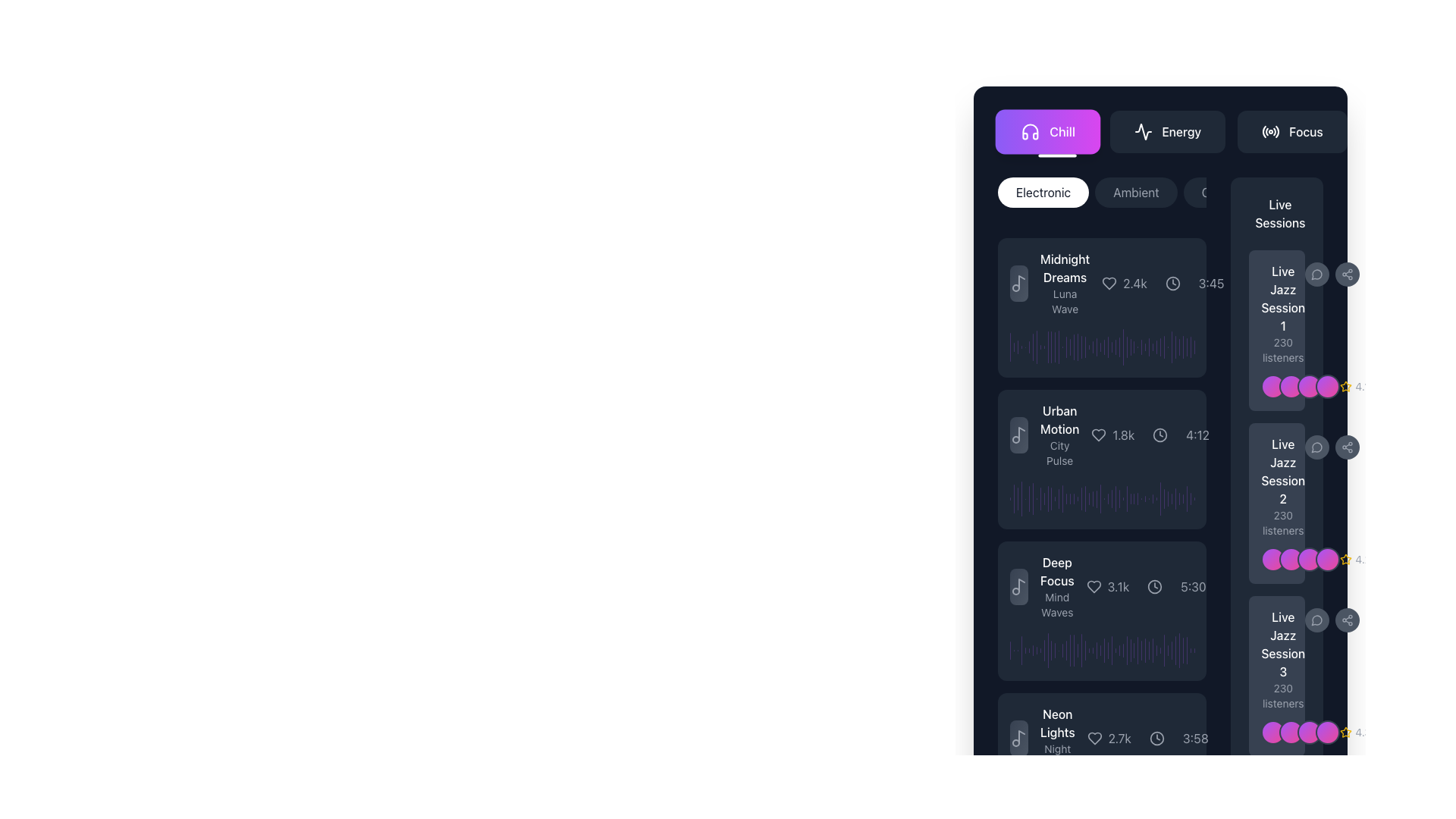 The height and width of the screenshot is (819, 1456). Describe the element at coordinates (1309, 559) in the screenshot. I see `the third circular visual element in a row of four, located next to the text 'Live Jazz Session 2'` at that location.